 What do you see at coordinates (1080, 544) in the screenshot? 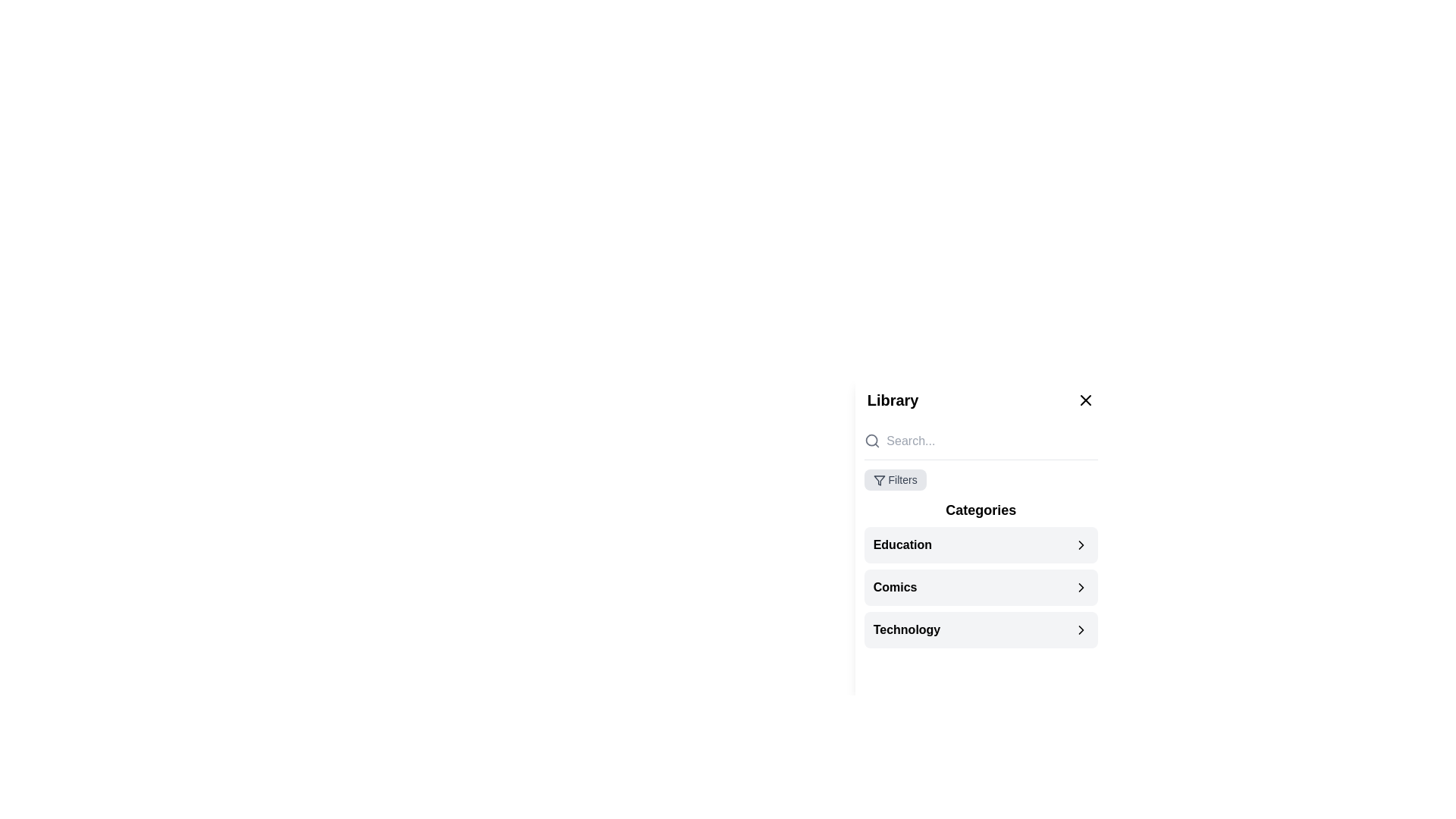
I see `the Chevron Right icon located at the far right of the 'Education' row in the 'Categories' section of the 'Library' panel` at bounding box center [1080, 544].